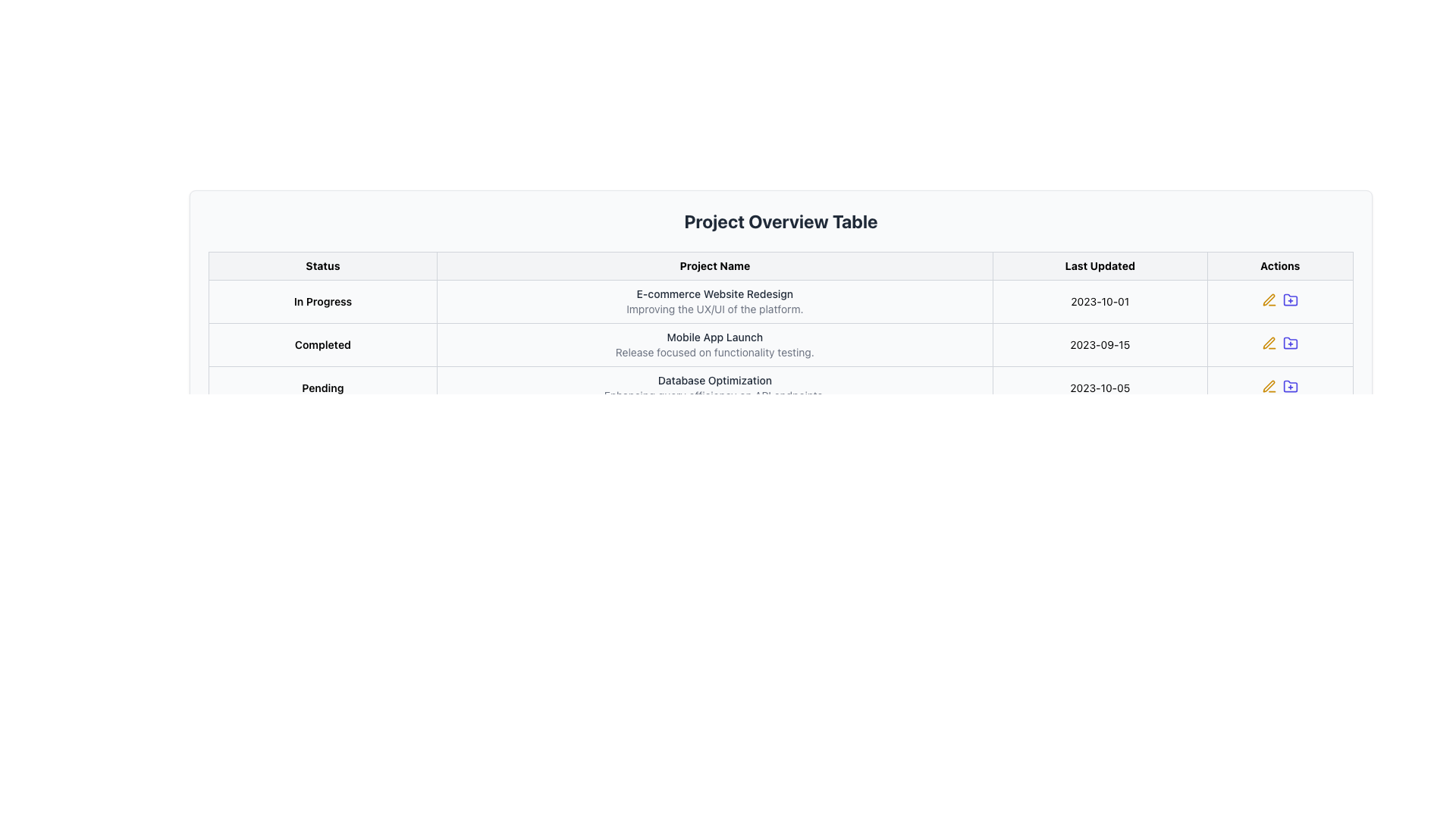 The height and width of the screenshot is (819, 1456). I want to click on the 'Actions' header cell in the table header, which is the rightmost element in the header row containing 'Status', 'Project Name', 'Last Updated', and 'Actions', so click(1279, 265).